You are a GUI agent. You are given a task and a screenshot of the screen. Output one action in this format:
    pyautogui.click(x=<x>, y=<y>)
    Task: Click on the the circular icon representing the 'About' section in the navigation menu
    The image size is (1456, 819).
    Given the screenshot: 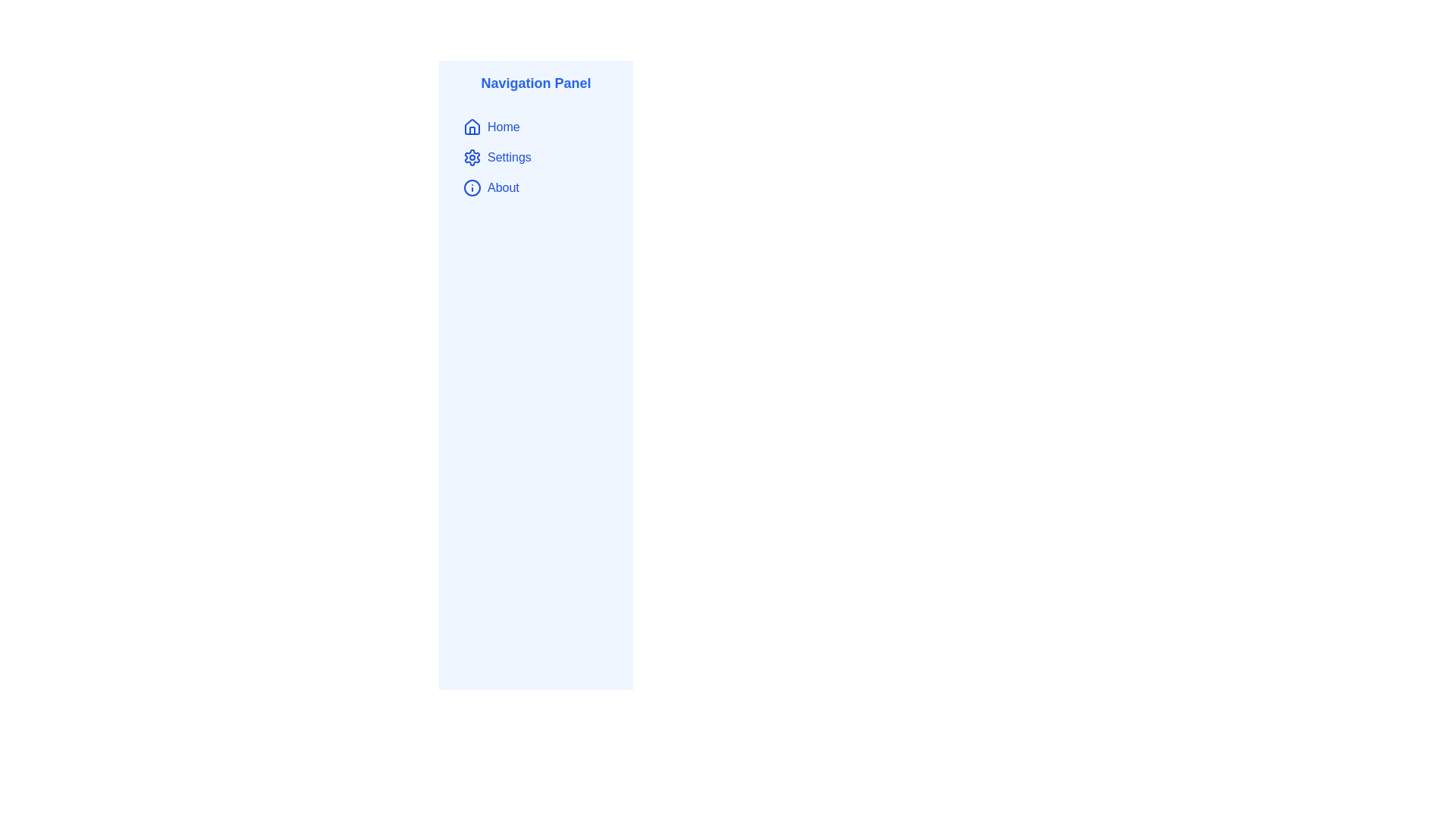 What is the action you would take?
    pyautogui.click(x=472, y=187)
    